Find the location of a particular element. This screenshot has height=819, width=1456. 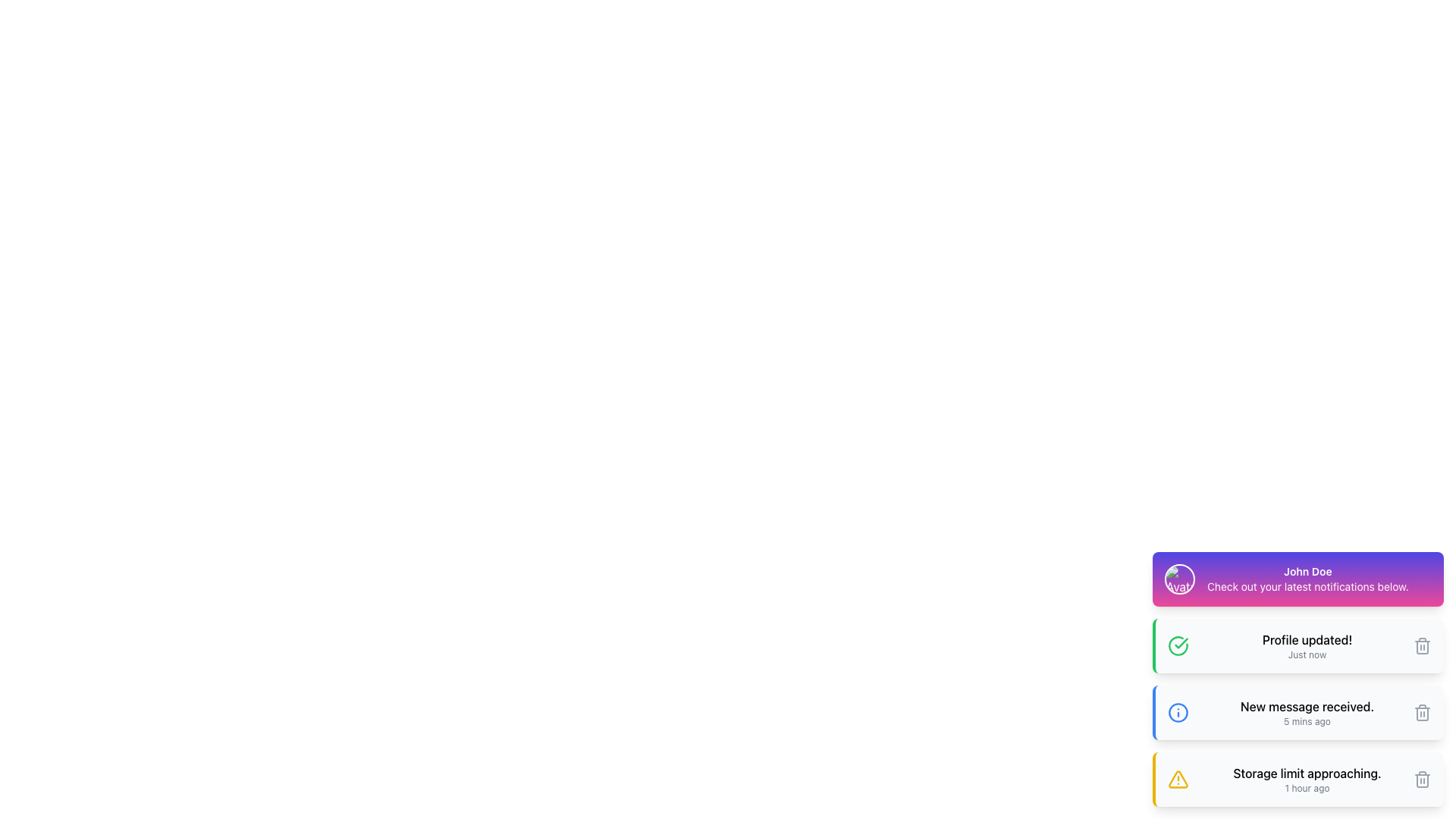

the warning icon located on the left side of the third notification card titled 'Storage limit approaching' in the notification list is located at coordinates (1178, 779).